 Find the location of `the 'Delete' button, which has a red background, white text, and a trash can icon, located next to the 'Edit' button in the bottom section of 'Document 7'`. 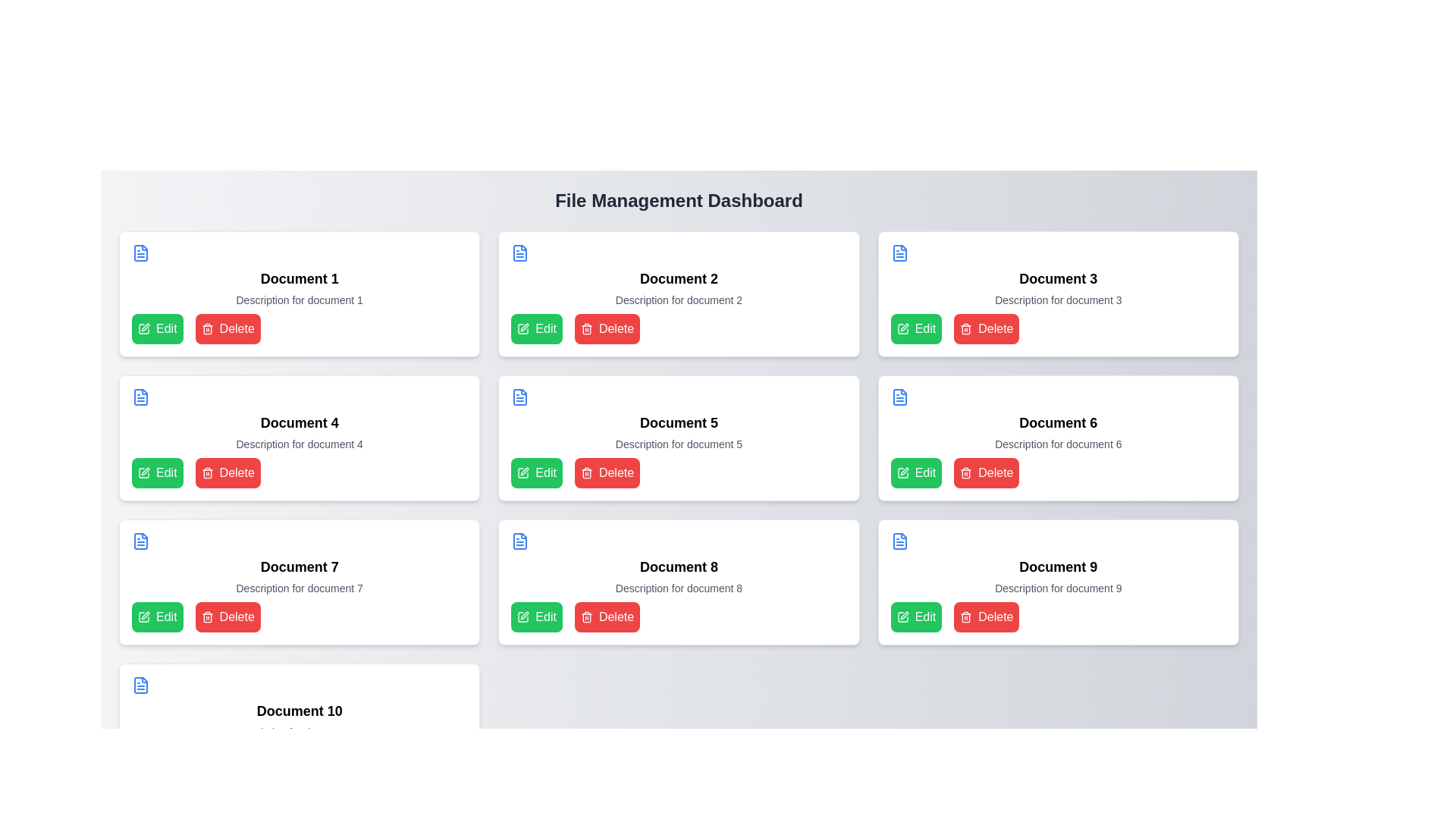

the 'Delete' button, which has a red background, white text, and a trash can icon, located next to the 'Edit' button in the bottom section of 'Document 7' is located at coordinates (227, 617).